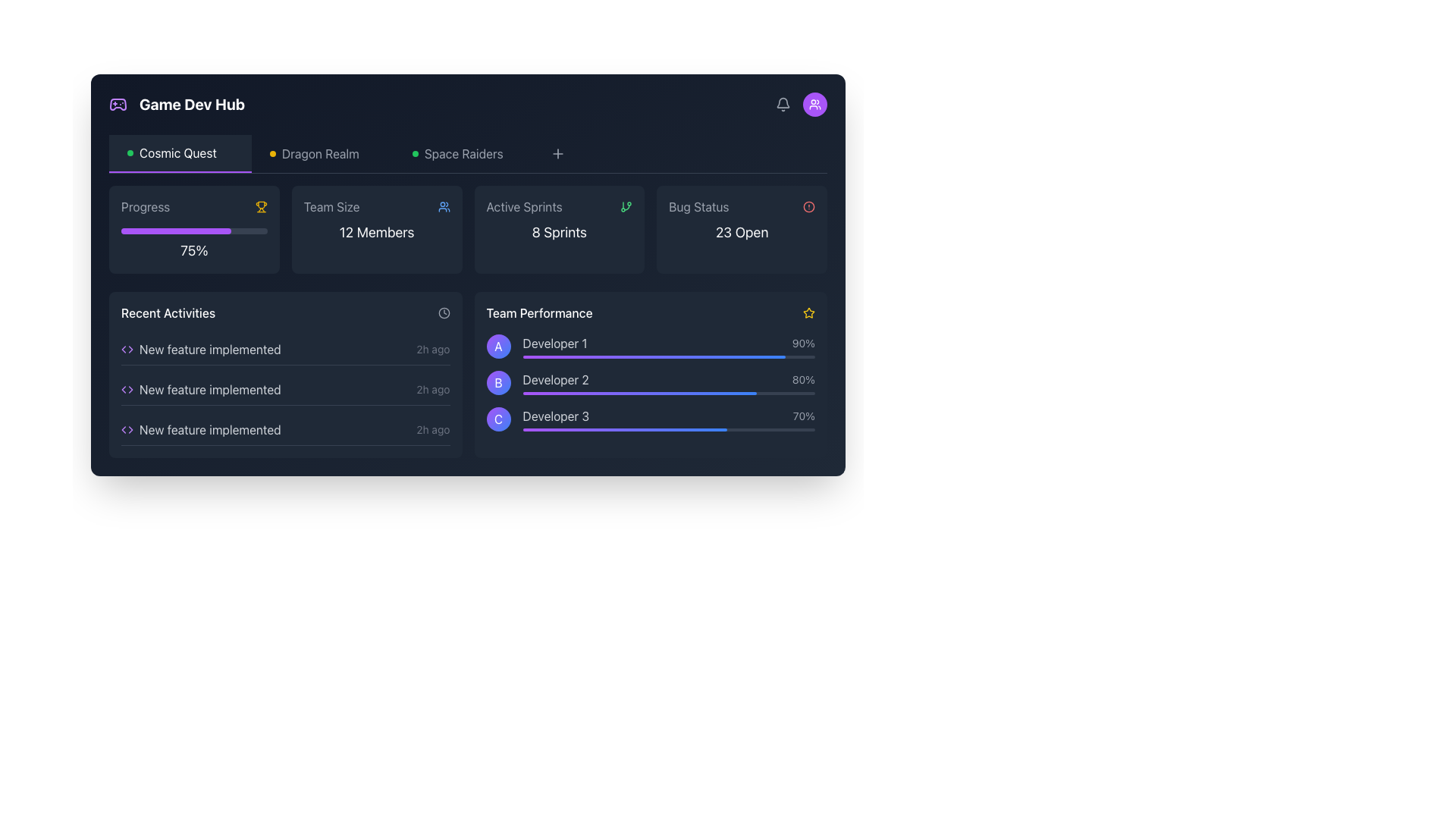 This screenshot has width=1456, height=819. What do you see at coordinates (377, 232) in the screenshot?
I see `the Text label that indicates the size of the team, displaying the number of members, located in the 'Team Size' section of the top horizontal panel` at bounding box center [377, 232].